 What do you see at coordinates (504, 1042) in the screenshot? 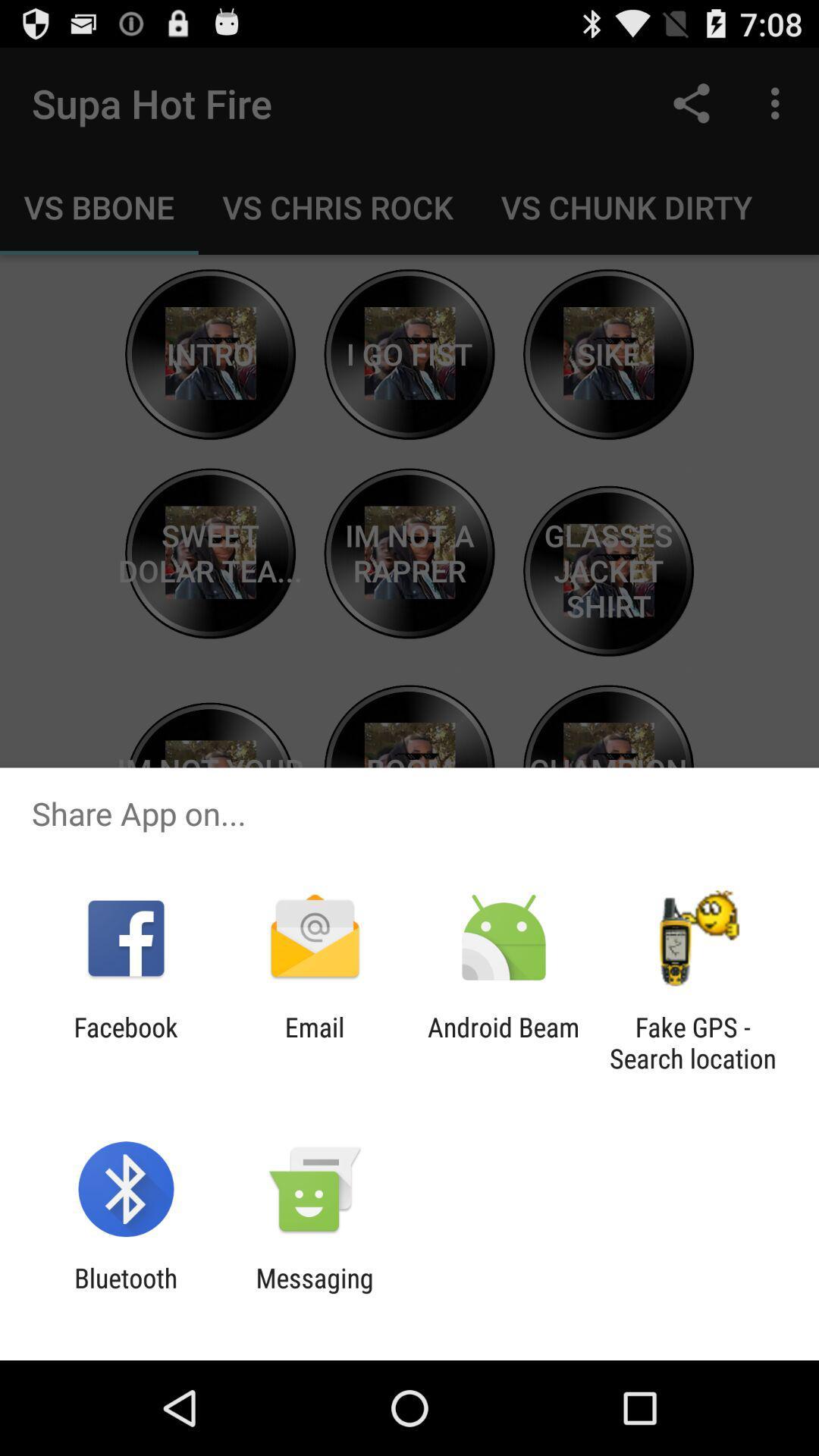
I see `app to the right of email` at bounding box center [504, 1042].